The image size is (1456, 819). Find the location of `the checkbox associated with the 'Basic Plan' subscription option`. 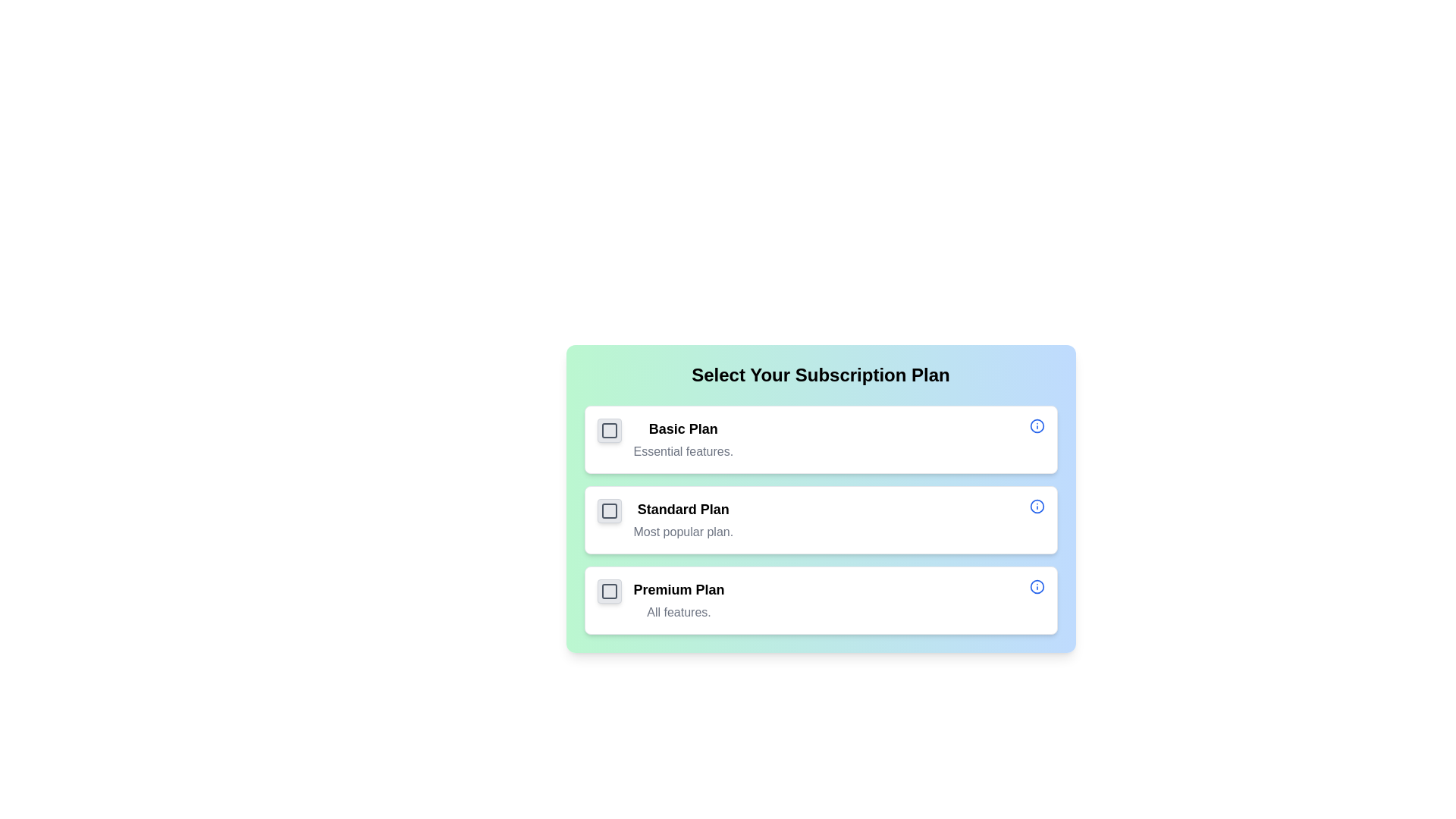

the checkbox associated with the 'Basic Plan' subscription option is located at coordinates (820, 439).